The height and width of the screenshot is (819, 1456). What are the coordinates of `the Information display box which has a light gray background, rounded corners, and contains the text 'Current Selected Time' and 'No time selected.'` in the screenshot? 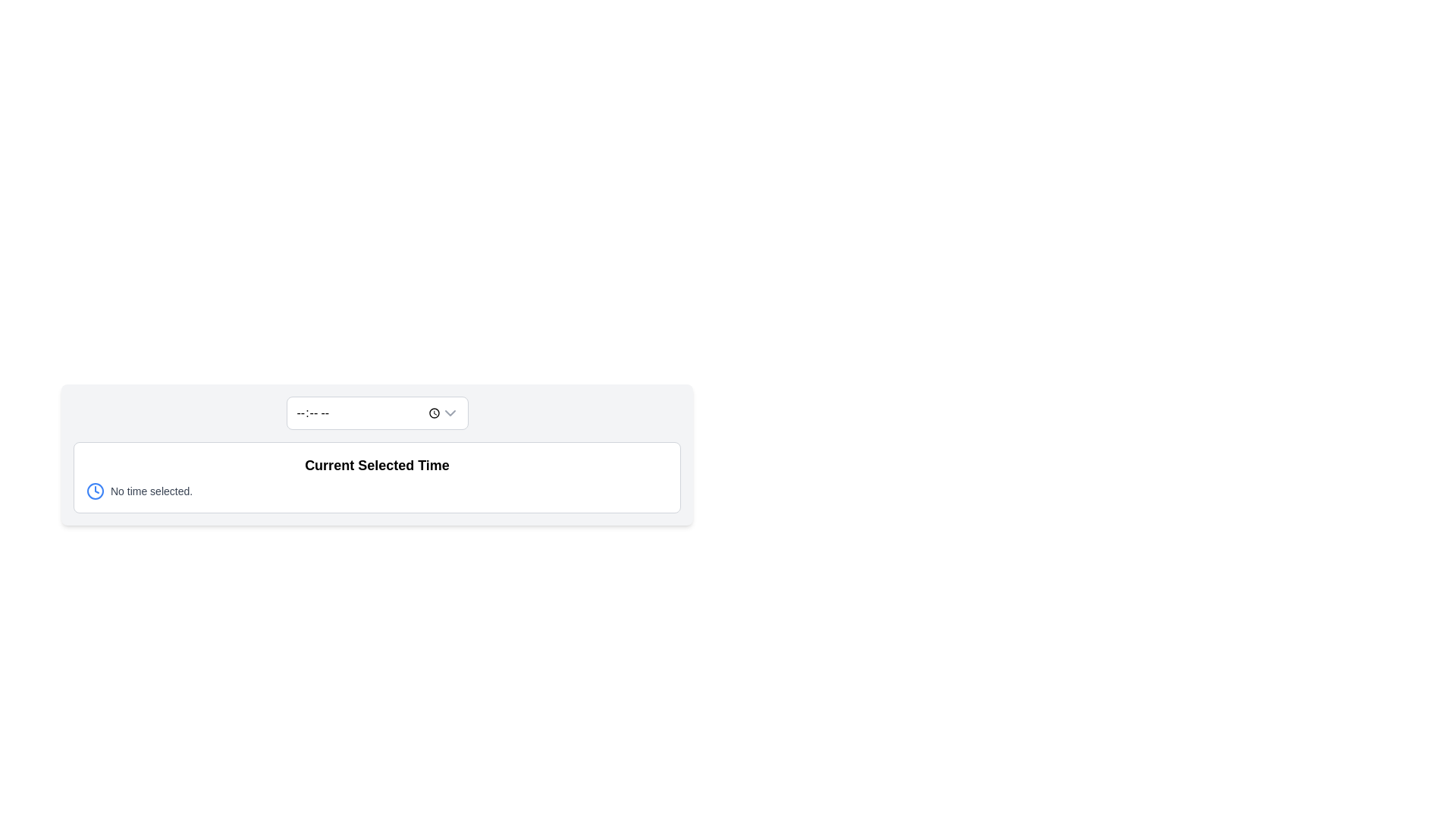 It's located at (377, 454).